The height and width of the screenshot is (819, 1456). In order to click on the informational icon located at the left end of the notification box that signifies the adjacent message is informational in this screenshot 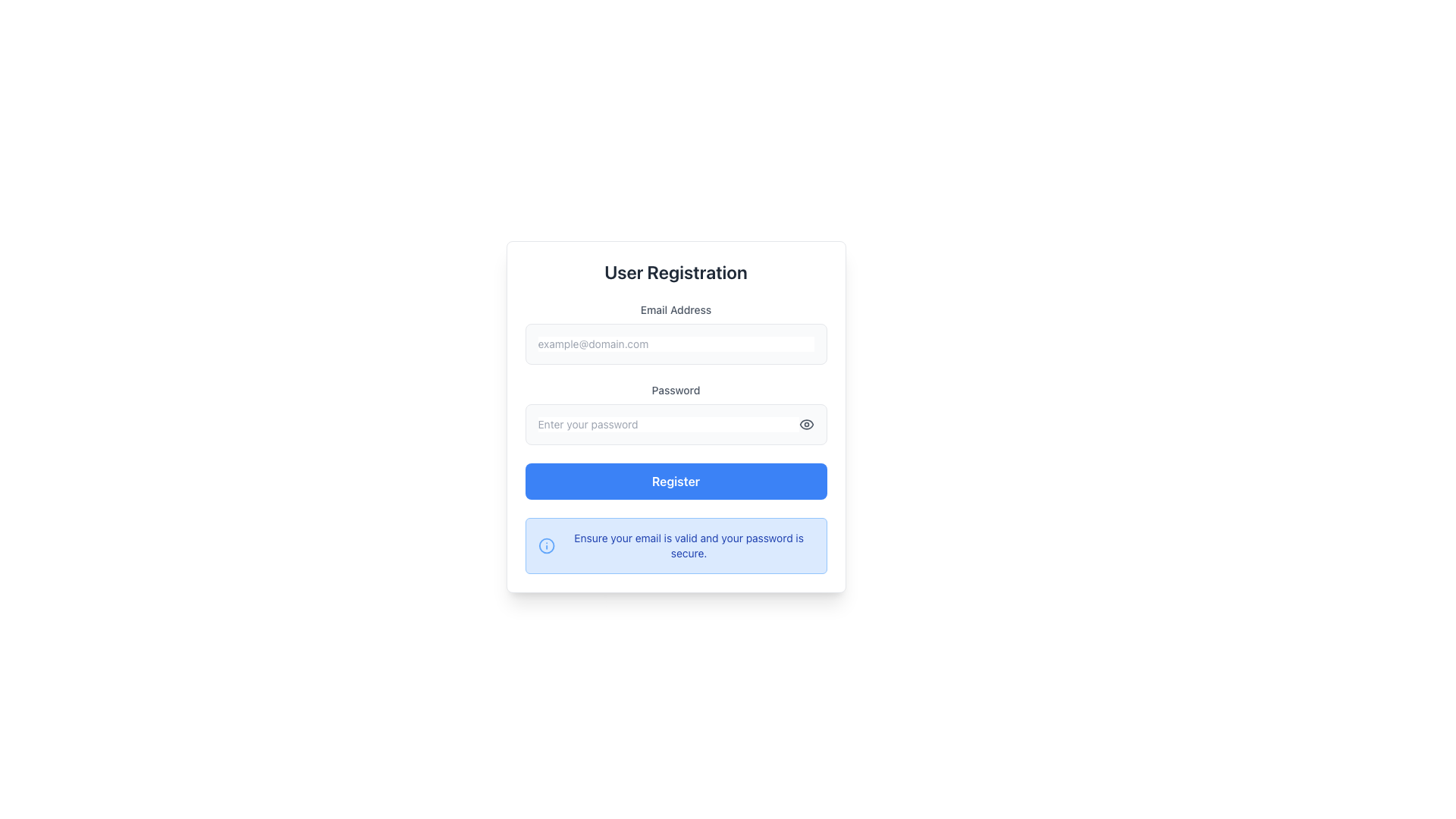, I will do `click(546, 546)`.